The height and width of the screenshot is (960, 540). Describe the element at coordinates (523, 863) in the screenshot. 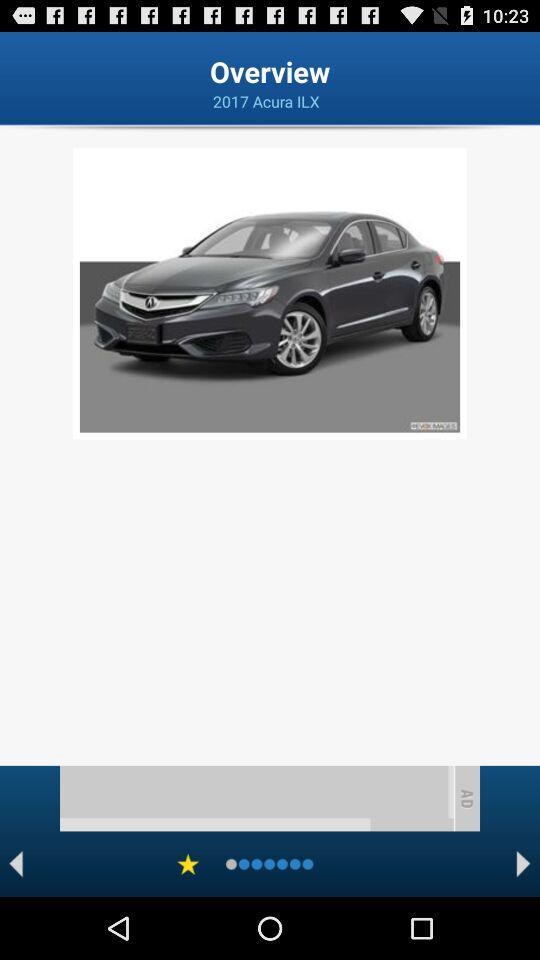

I see `next page` at that location.